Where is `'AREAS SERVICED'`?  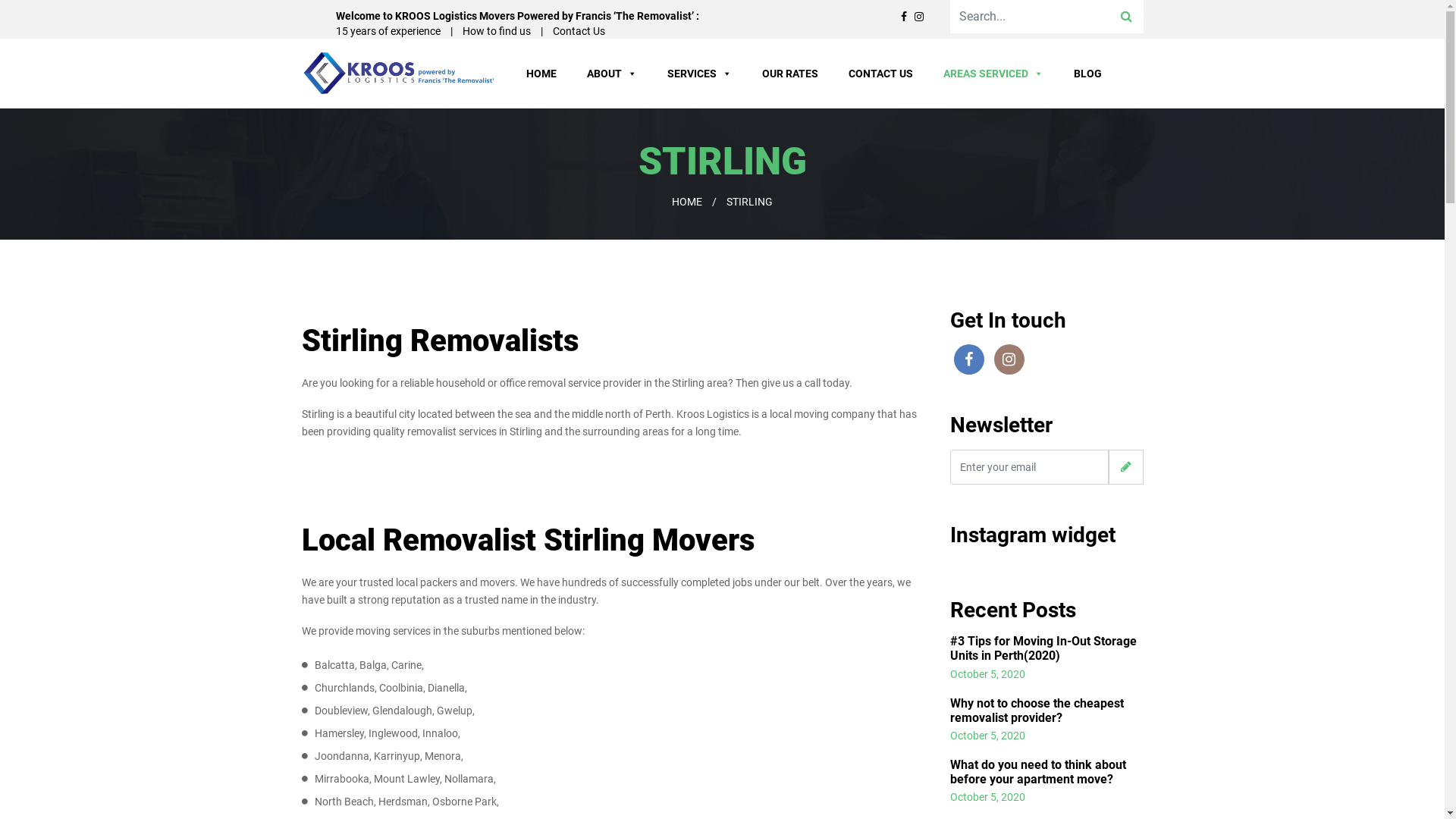 'AREAS SERVICED' is located at coordinates (993, 73).